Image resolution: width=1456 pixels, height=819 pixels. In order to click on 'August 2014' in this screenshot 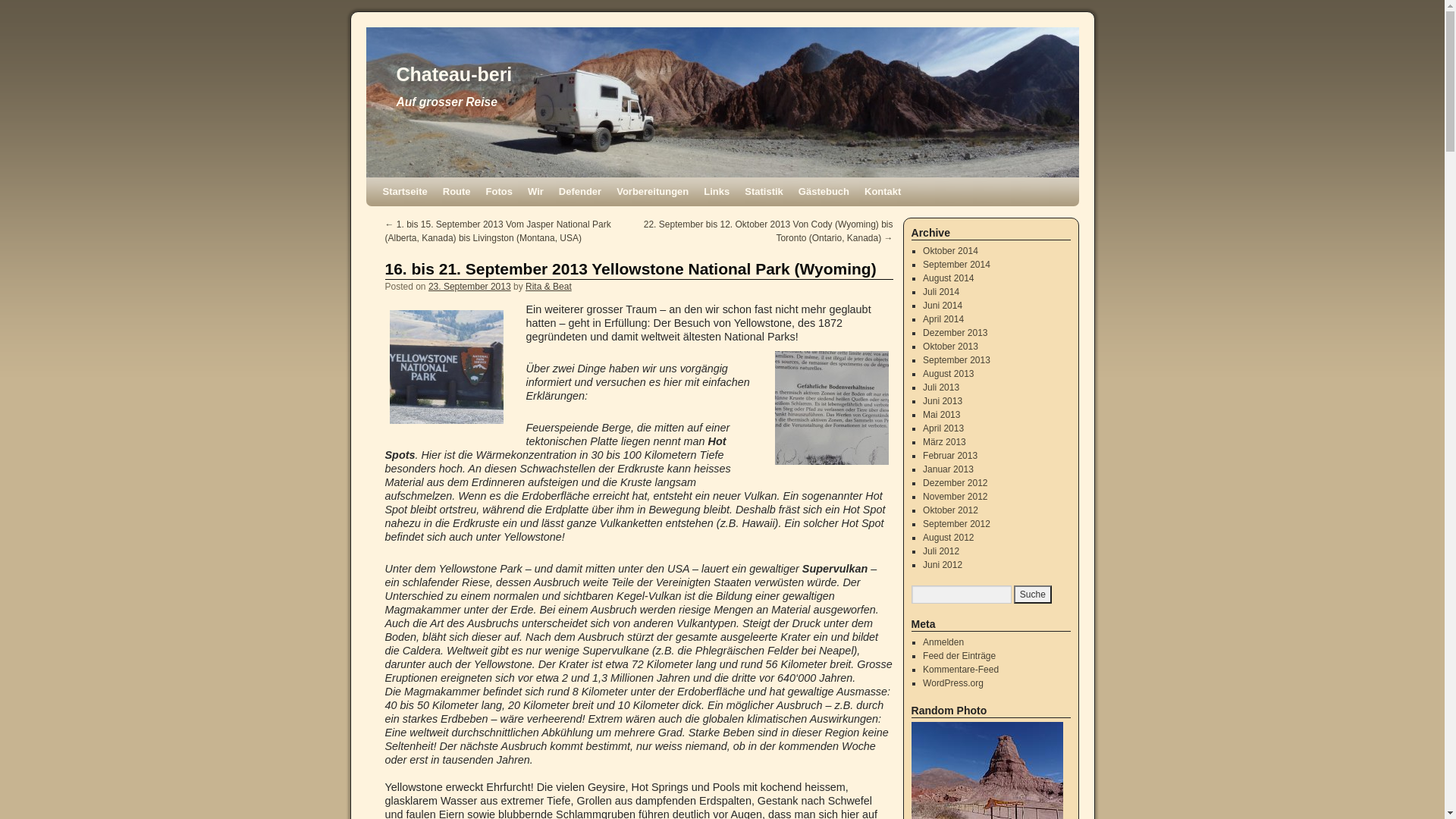, I will do `click(947, 278)`.